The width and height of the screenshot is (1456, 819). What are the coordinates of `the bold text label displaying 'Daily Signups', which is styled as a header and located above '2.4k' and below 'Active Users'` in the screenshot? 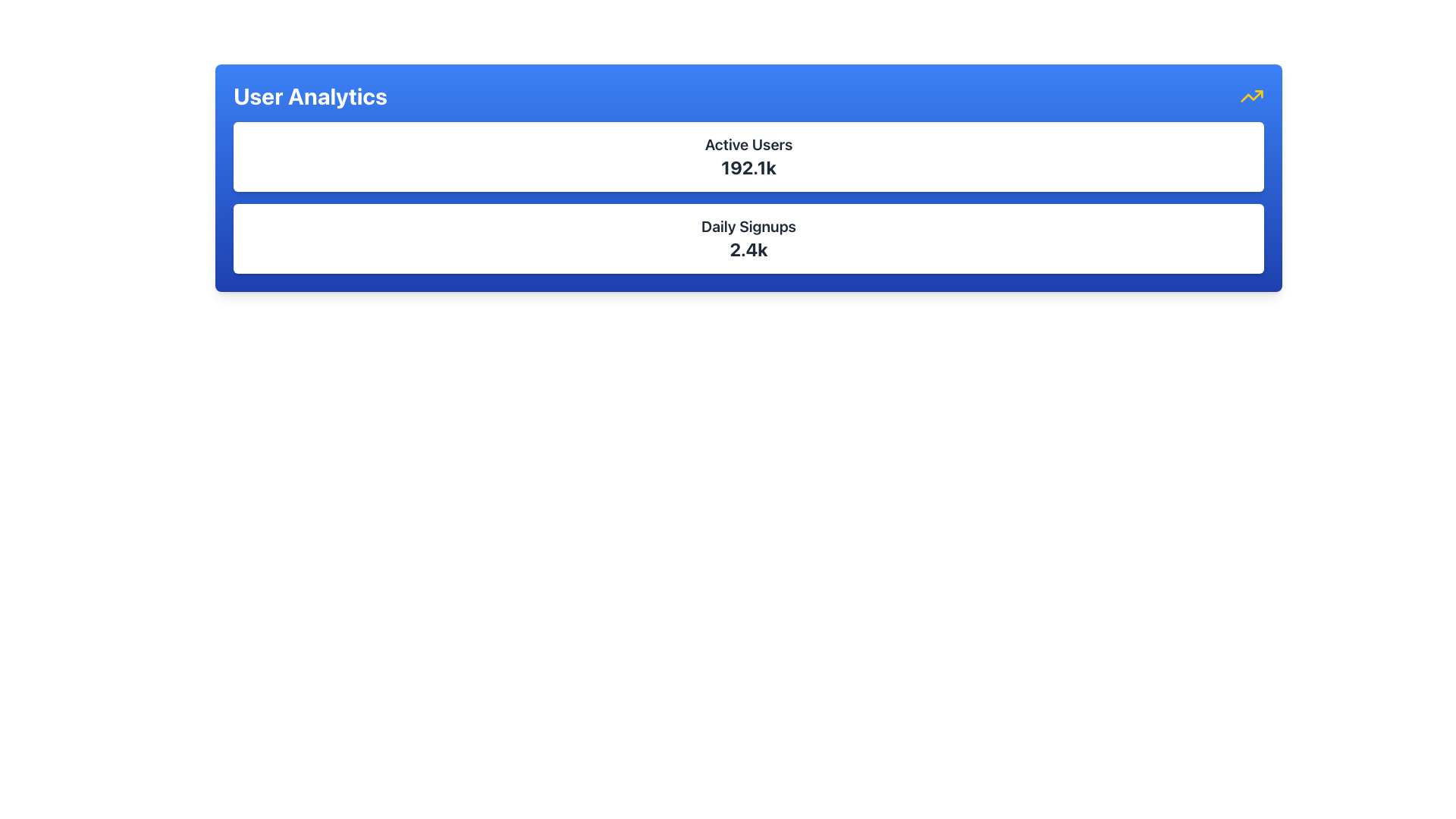 It's located at (748, 227).